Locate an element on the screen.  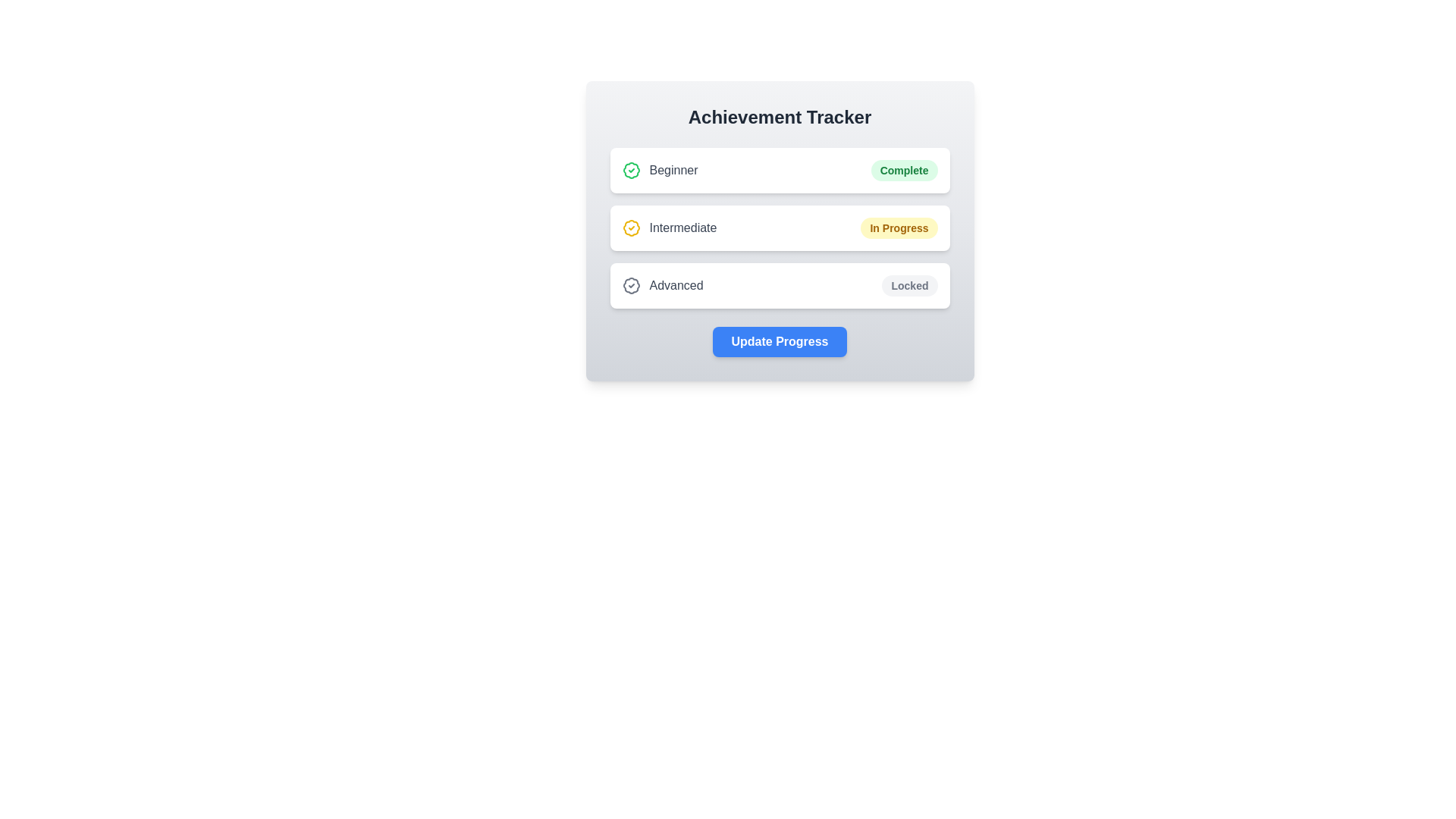
the circular badge with a checkmark icon representing a status indicator, located to the left of the text label 'Advanced' is located at coordinates (631, 286).